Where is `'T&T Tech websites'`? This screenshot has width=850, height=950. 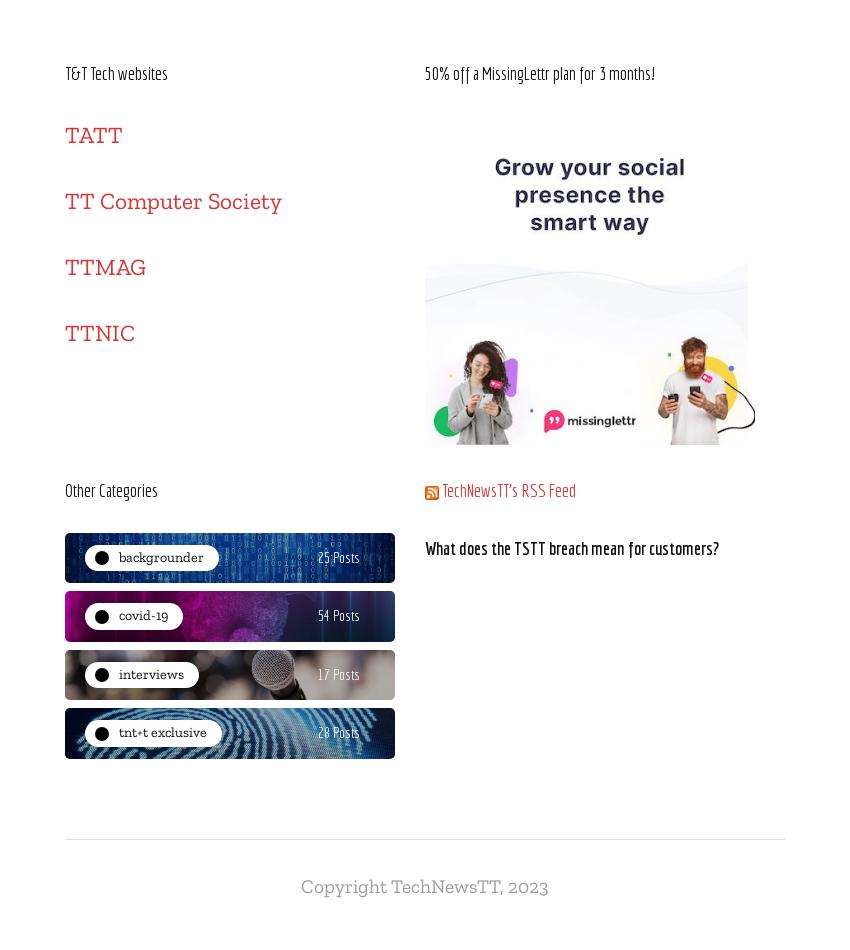
'T&T Tech websites' is located at coordinates (115, 72).